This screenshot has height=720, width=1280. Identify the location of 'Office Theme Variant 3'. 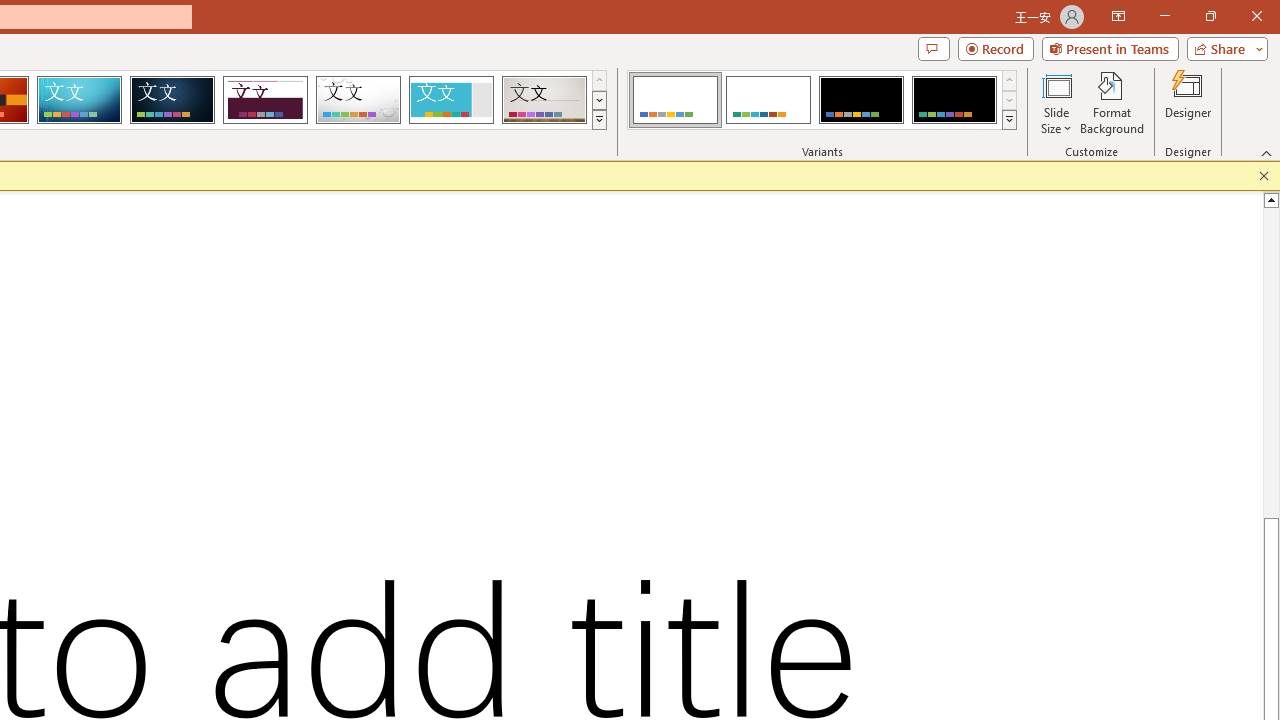
(861, 100).